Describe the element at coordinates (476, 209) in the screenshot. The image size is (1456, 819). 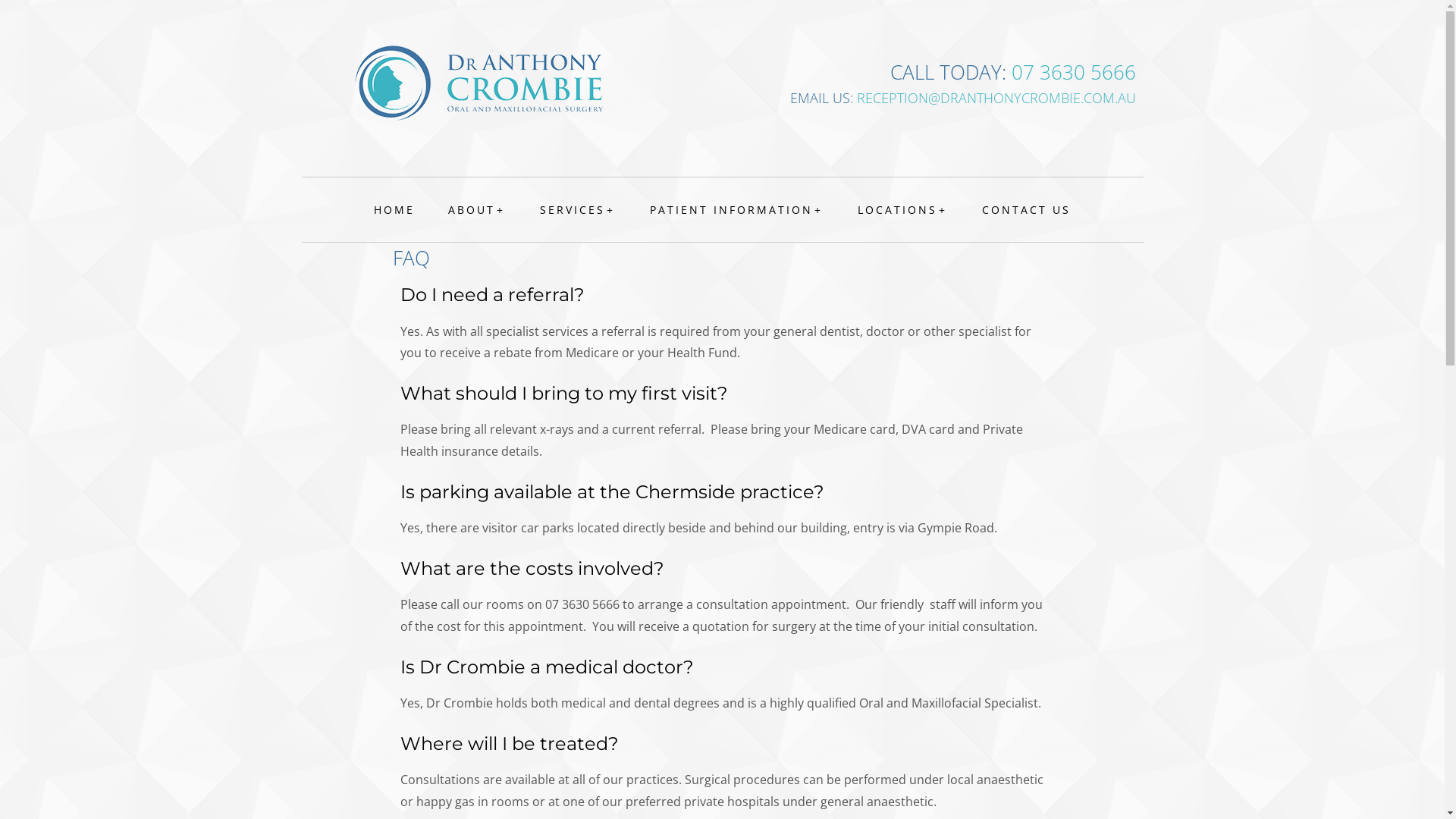
I see `'ABOUT'` at that location.